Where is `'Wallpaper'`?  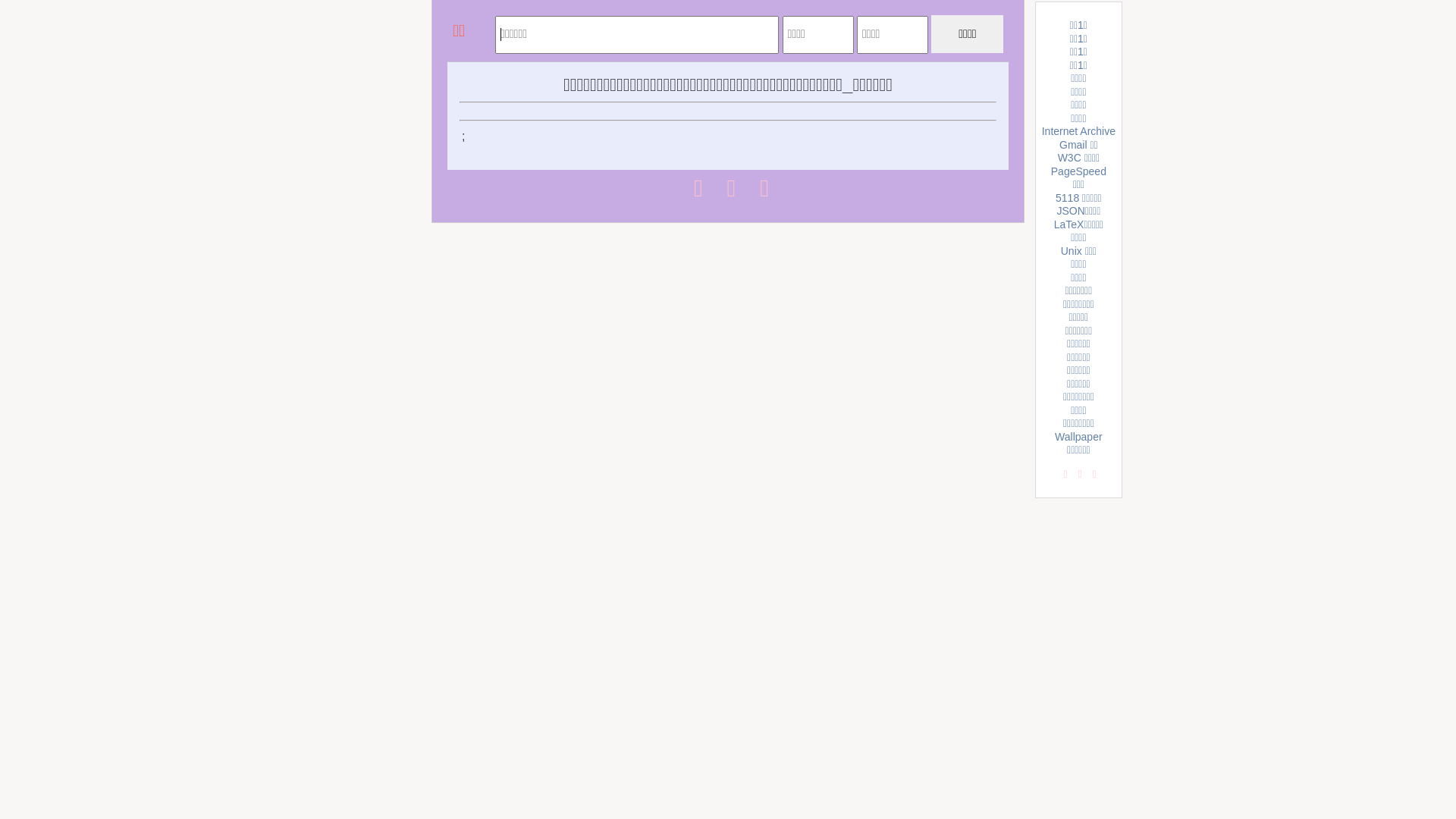 'Wallpaper' is located at coordinates (1078, 436).